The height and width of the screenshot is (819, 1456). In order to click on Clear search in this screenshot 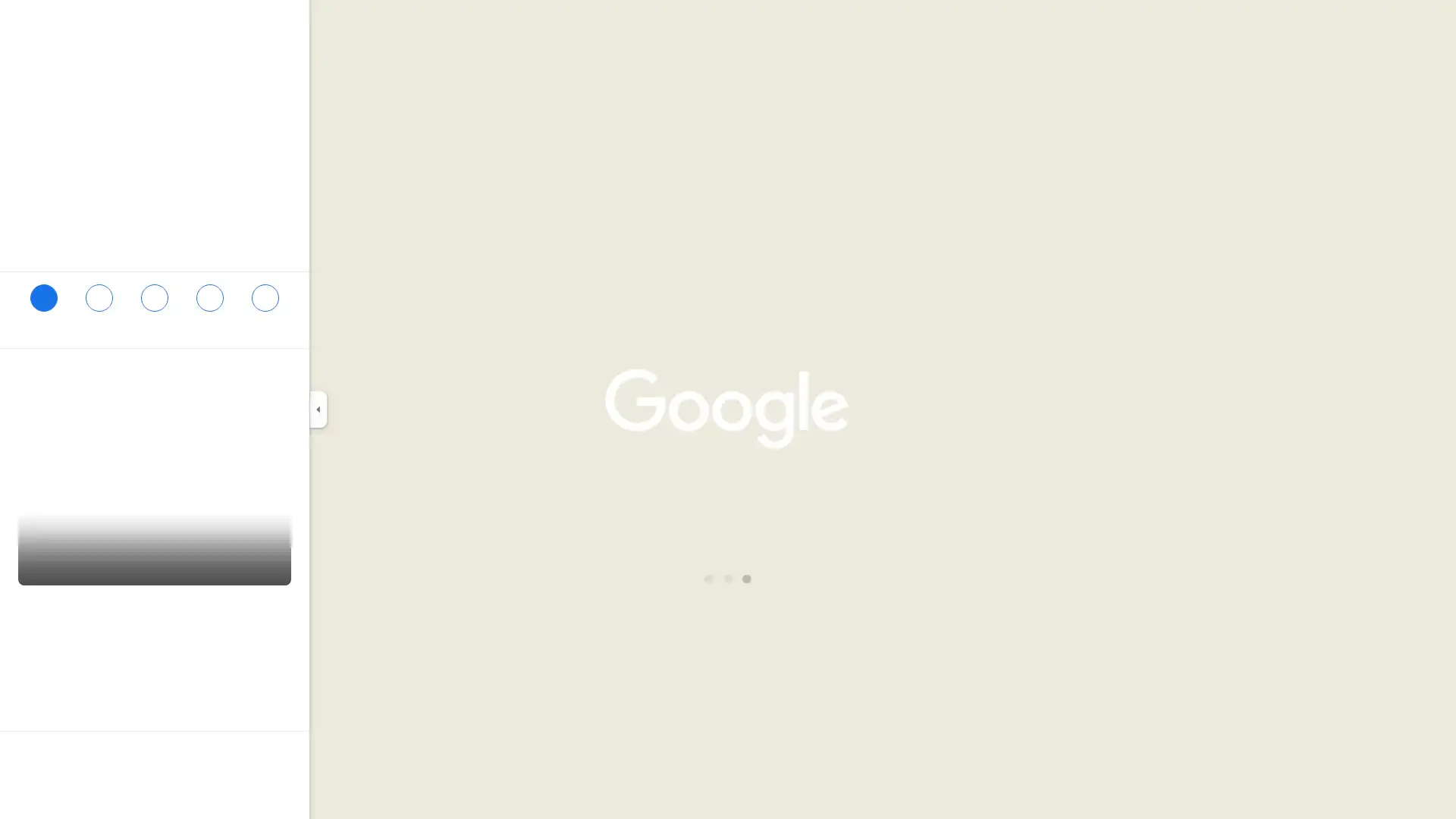, I will do `click(283, 24)`.